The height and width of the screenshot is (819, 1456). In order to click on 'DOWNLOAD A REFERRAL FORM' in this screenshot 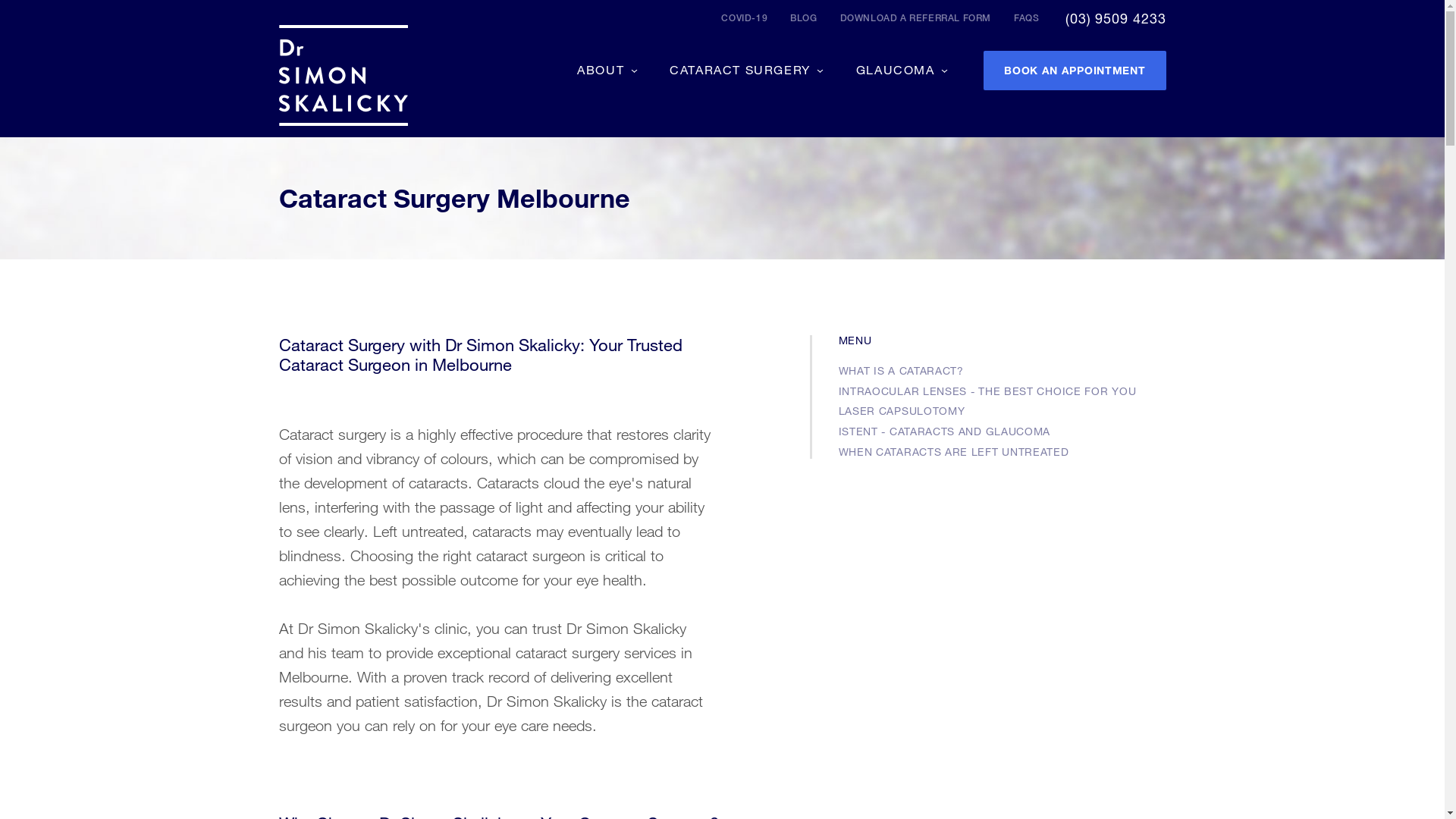, I will do `click(915, 17)`.